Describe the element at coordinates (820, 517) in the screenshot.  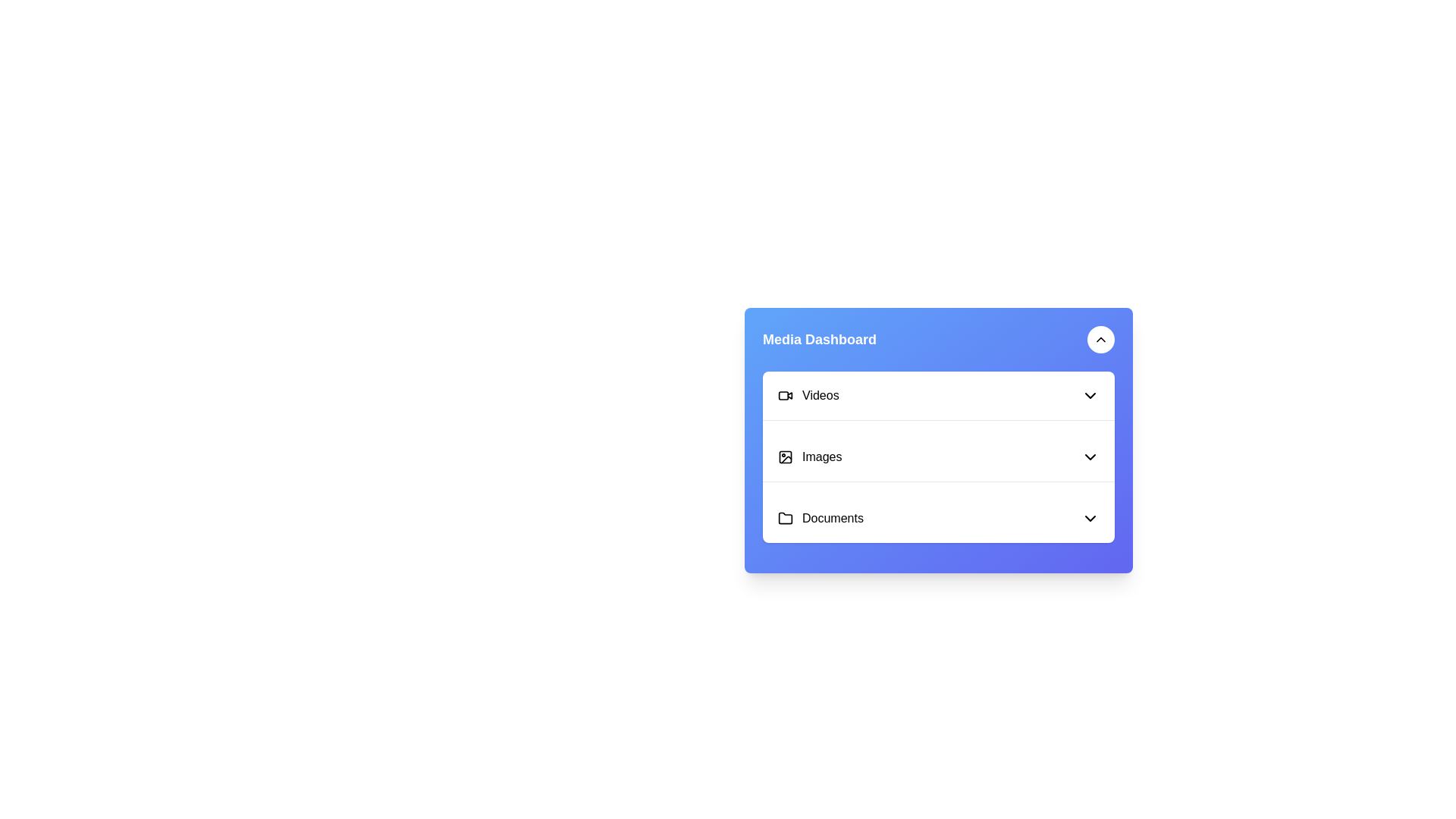
I see `the 'Documents' text label, which is styled in black font and positioned next to a folder icon` at that location.